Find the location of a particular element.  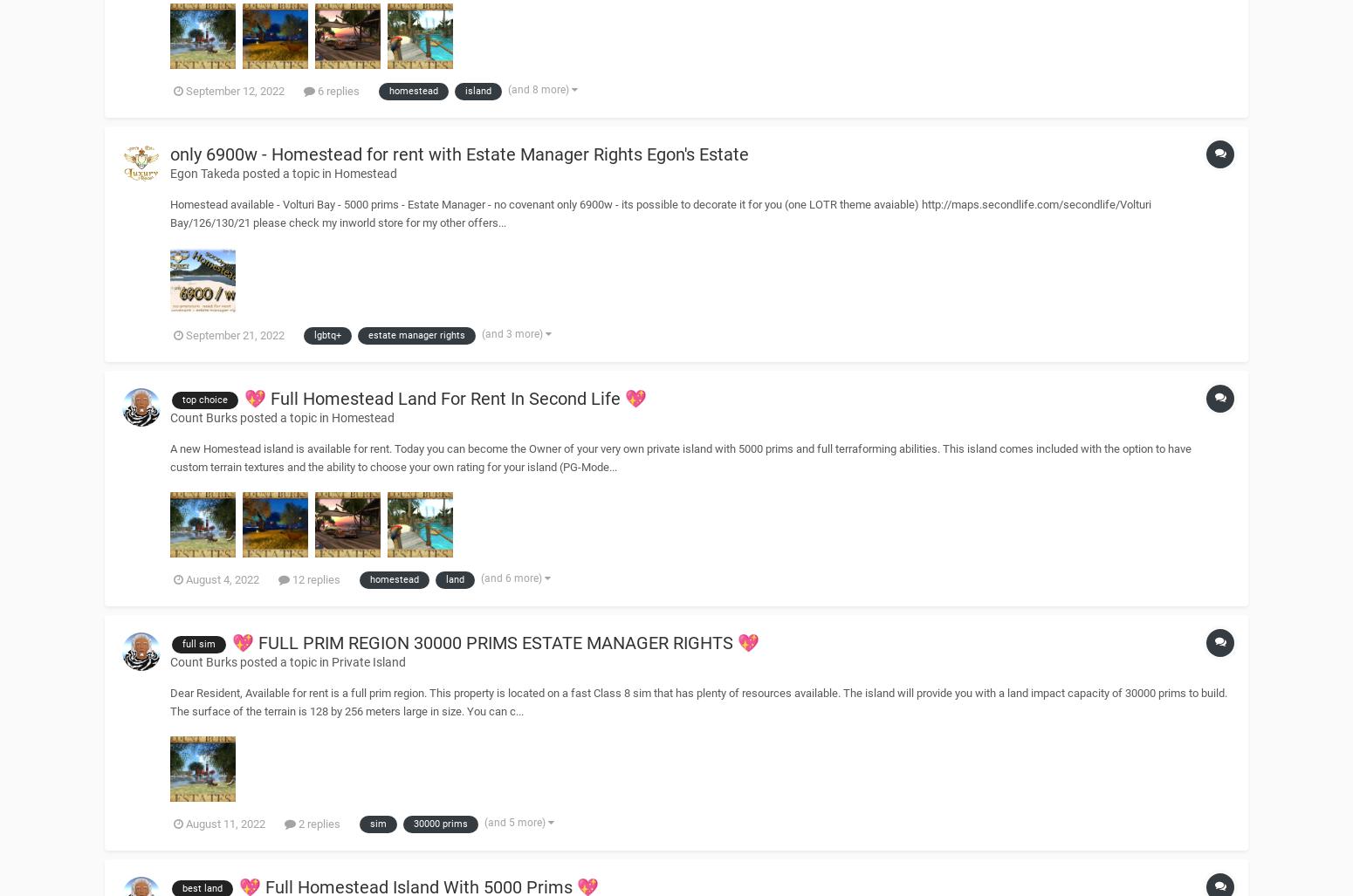

'(and 6 more)' is located at coordinates (481, 578).